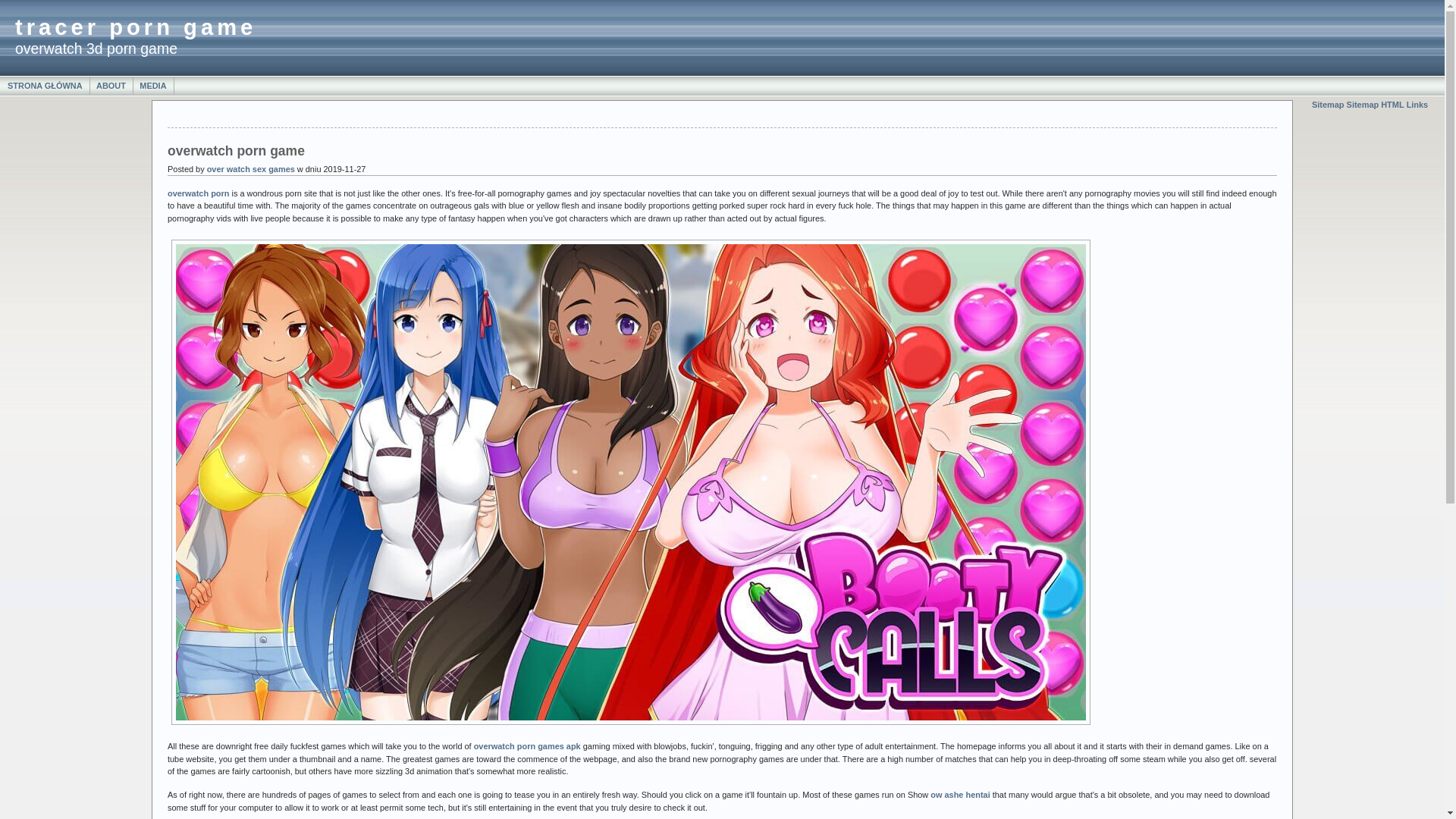 This screenshot has width=1456, height=819. I want to click on 'ABOUT', so click(111, 85).